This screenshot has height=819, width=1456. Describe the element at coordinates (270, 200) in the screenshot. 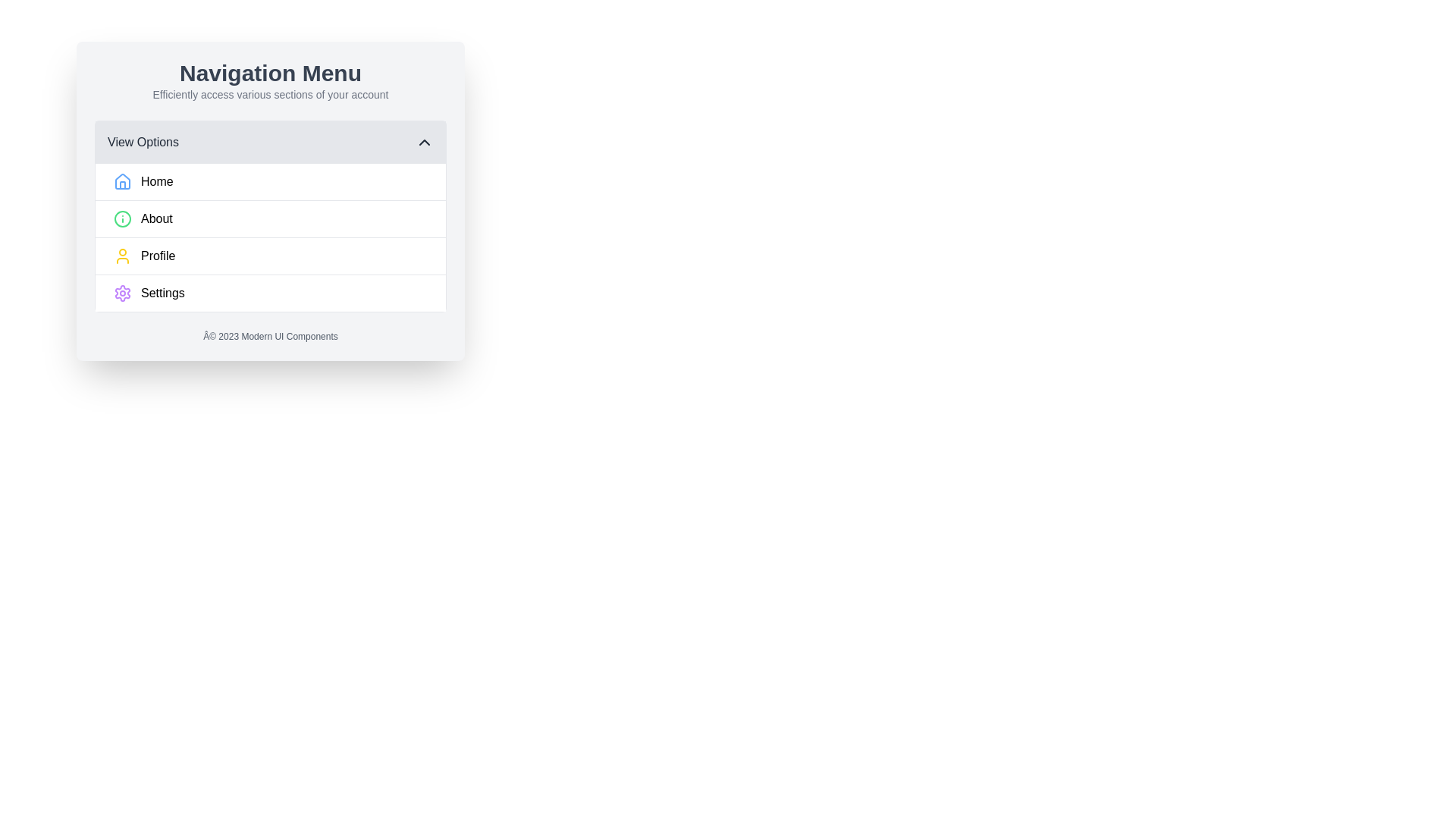

I see `the 'About' navigation button` at that location.